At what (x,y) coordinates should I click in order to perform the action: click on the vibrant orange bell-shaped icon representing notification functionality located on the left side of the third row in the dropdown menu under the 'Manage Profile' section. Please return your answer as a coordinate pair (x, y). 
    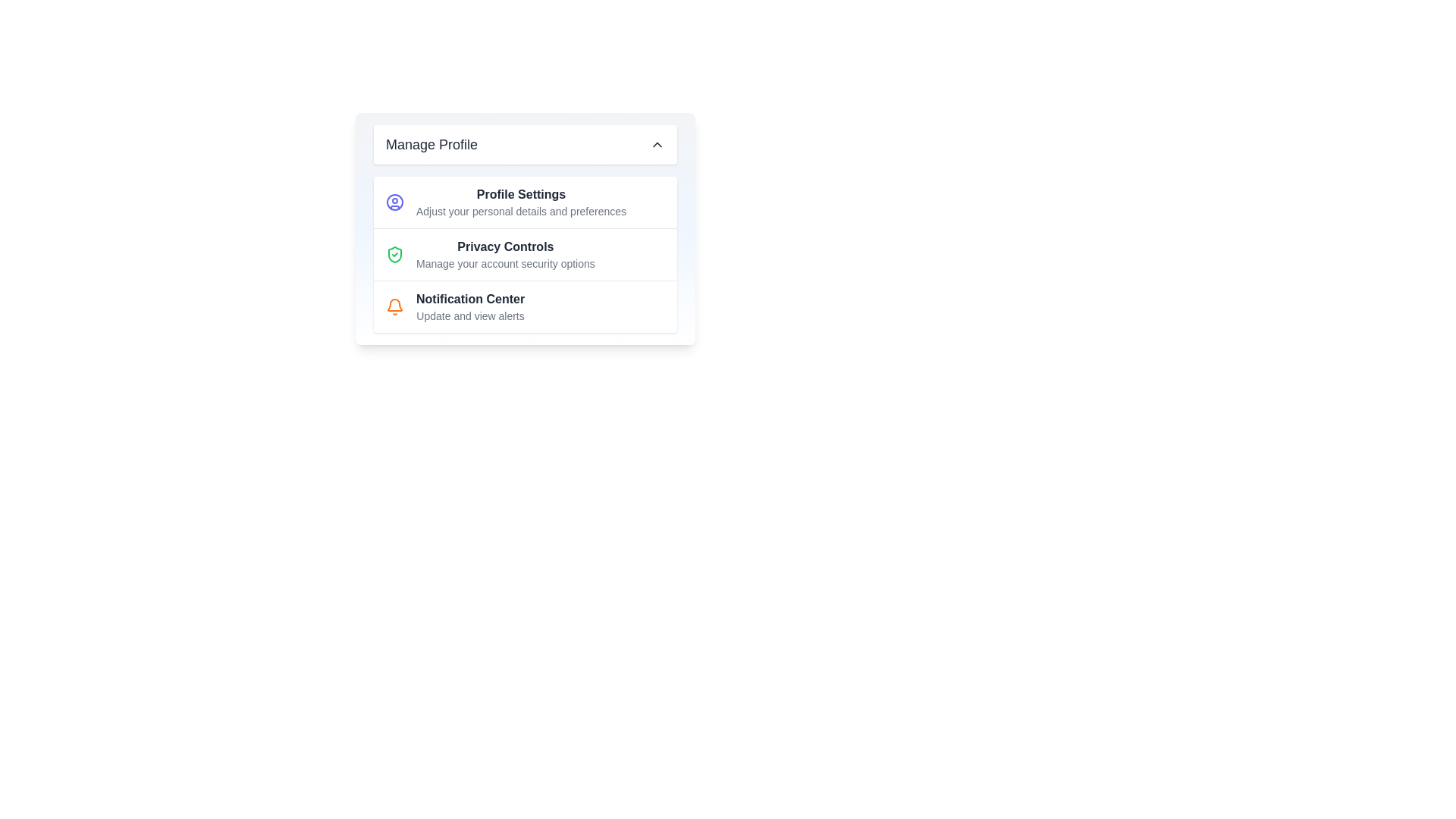
    Looking at the image, I should click on (395, 307).